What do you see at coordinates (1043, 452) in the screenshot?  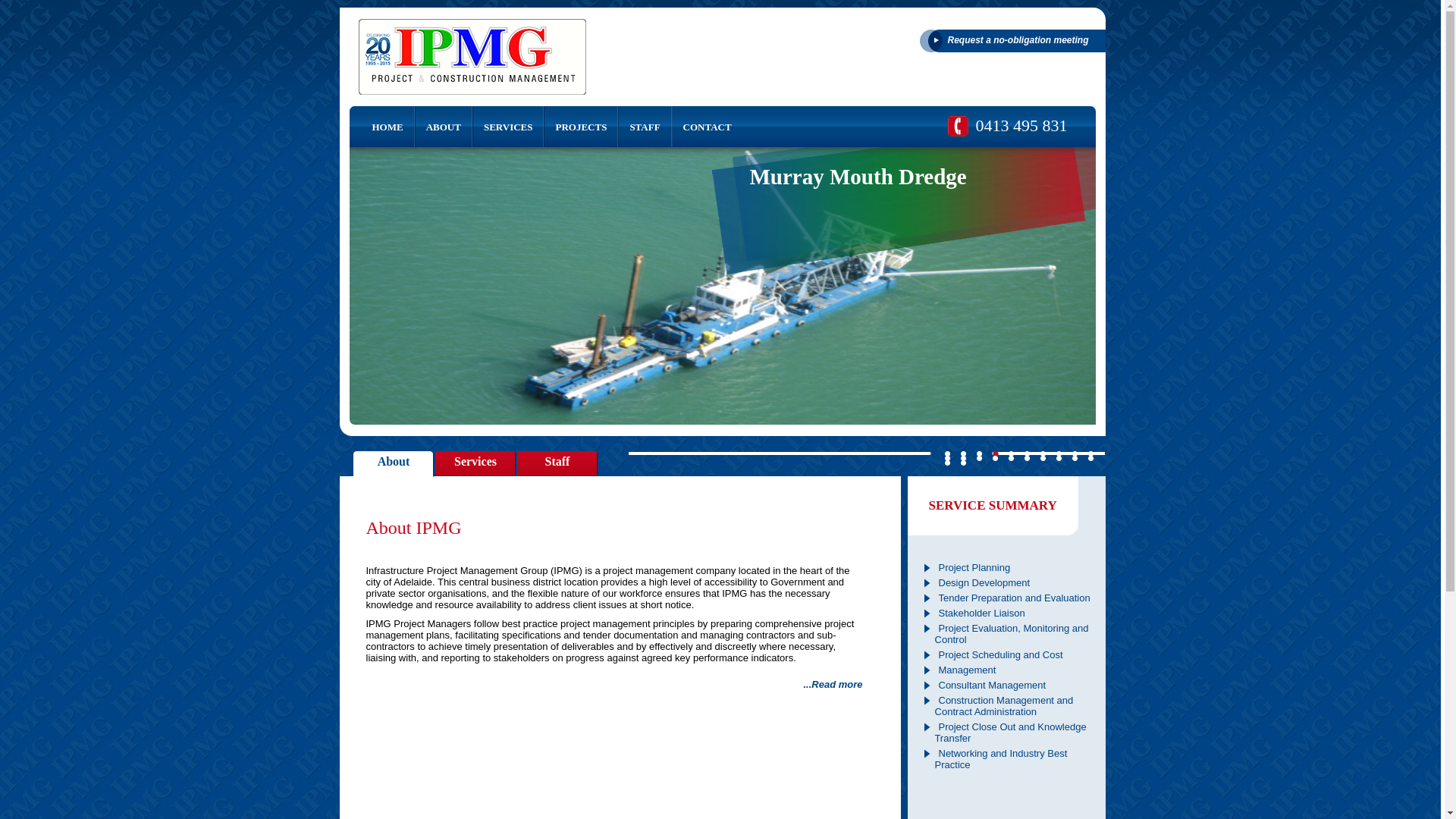 I see `'7'` at bounding box center [1043, 452].